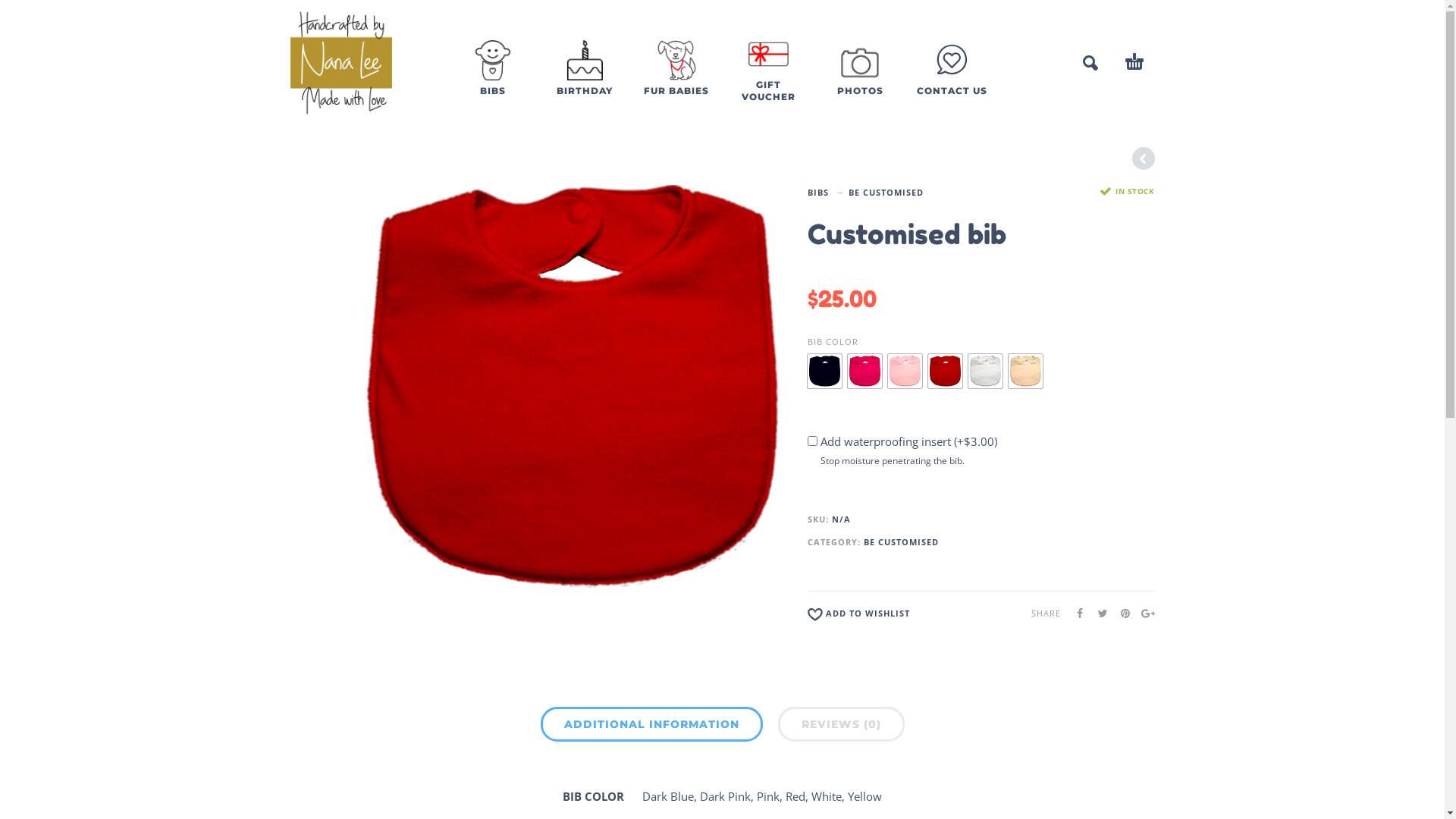  I want to click on 'Red', so click(927, 371).